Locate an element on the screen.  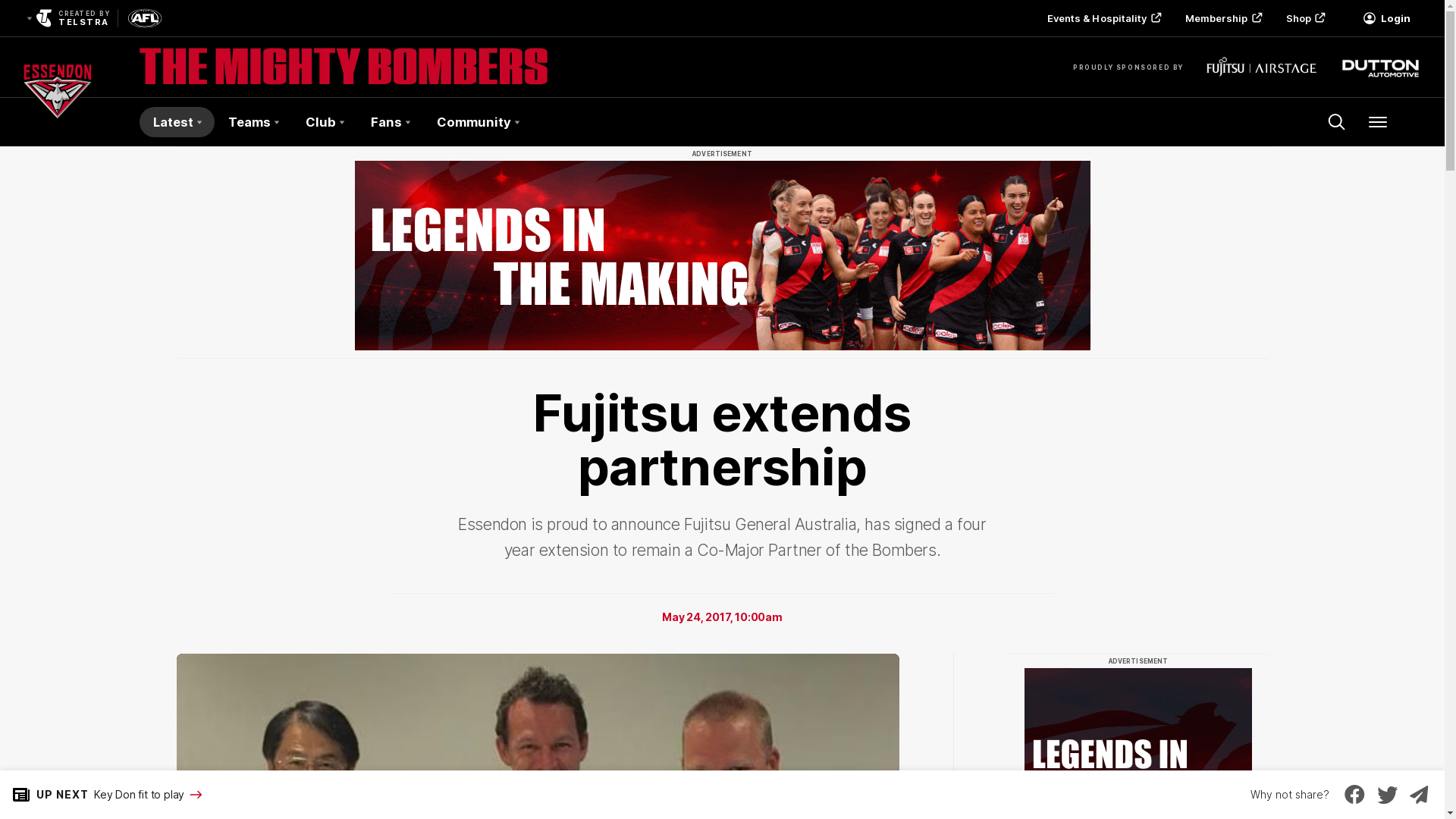
'CREATED BY is located at coordinates (65, 17).